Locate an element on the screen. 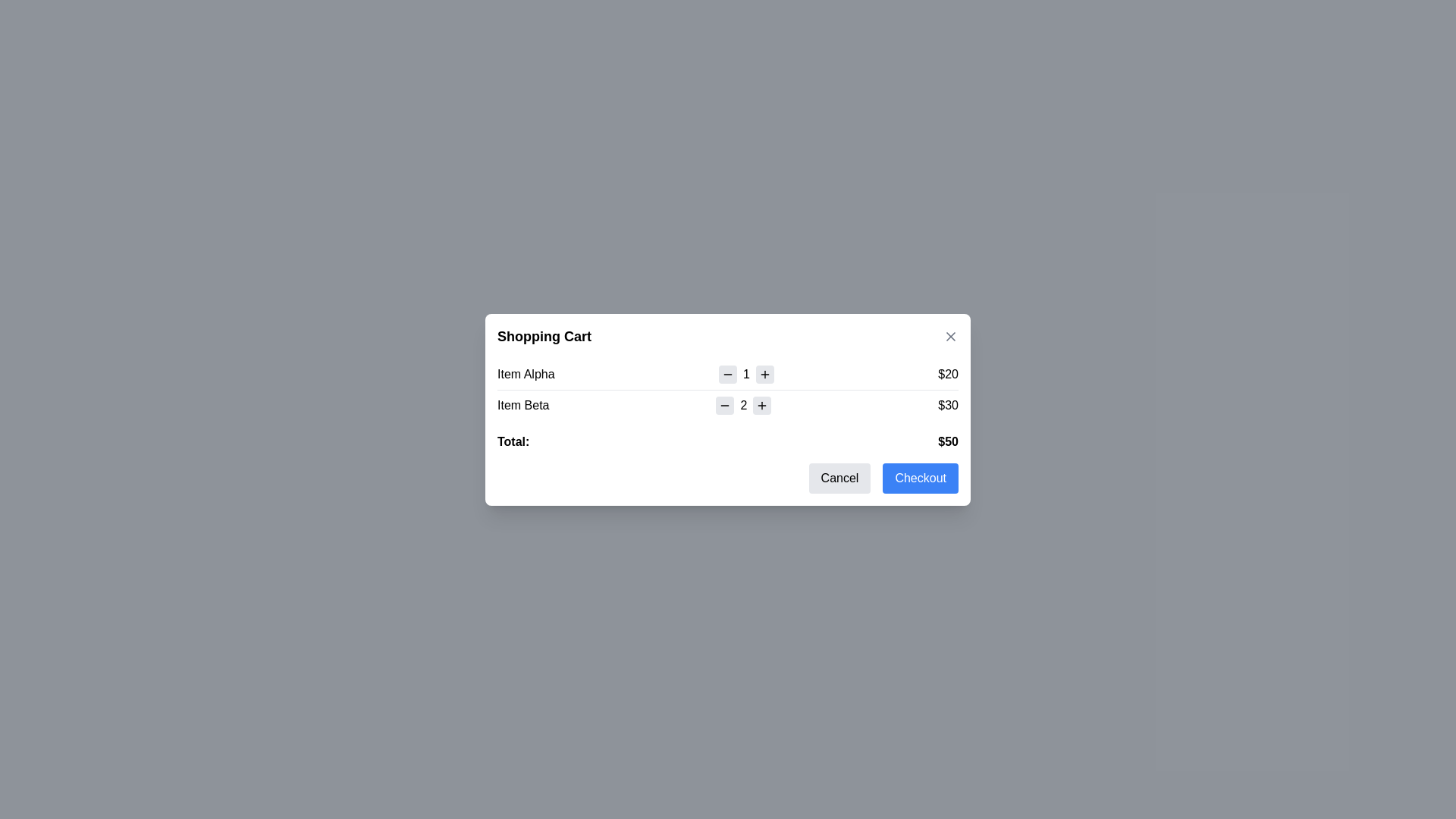 The width and height of the screenshot is (1456, 819). the 'X' shaped close button icon located in the top-right corner of the 'Shopping Cart' modal window is located at coordinates (949, 335).